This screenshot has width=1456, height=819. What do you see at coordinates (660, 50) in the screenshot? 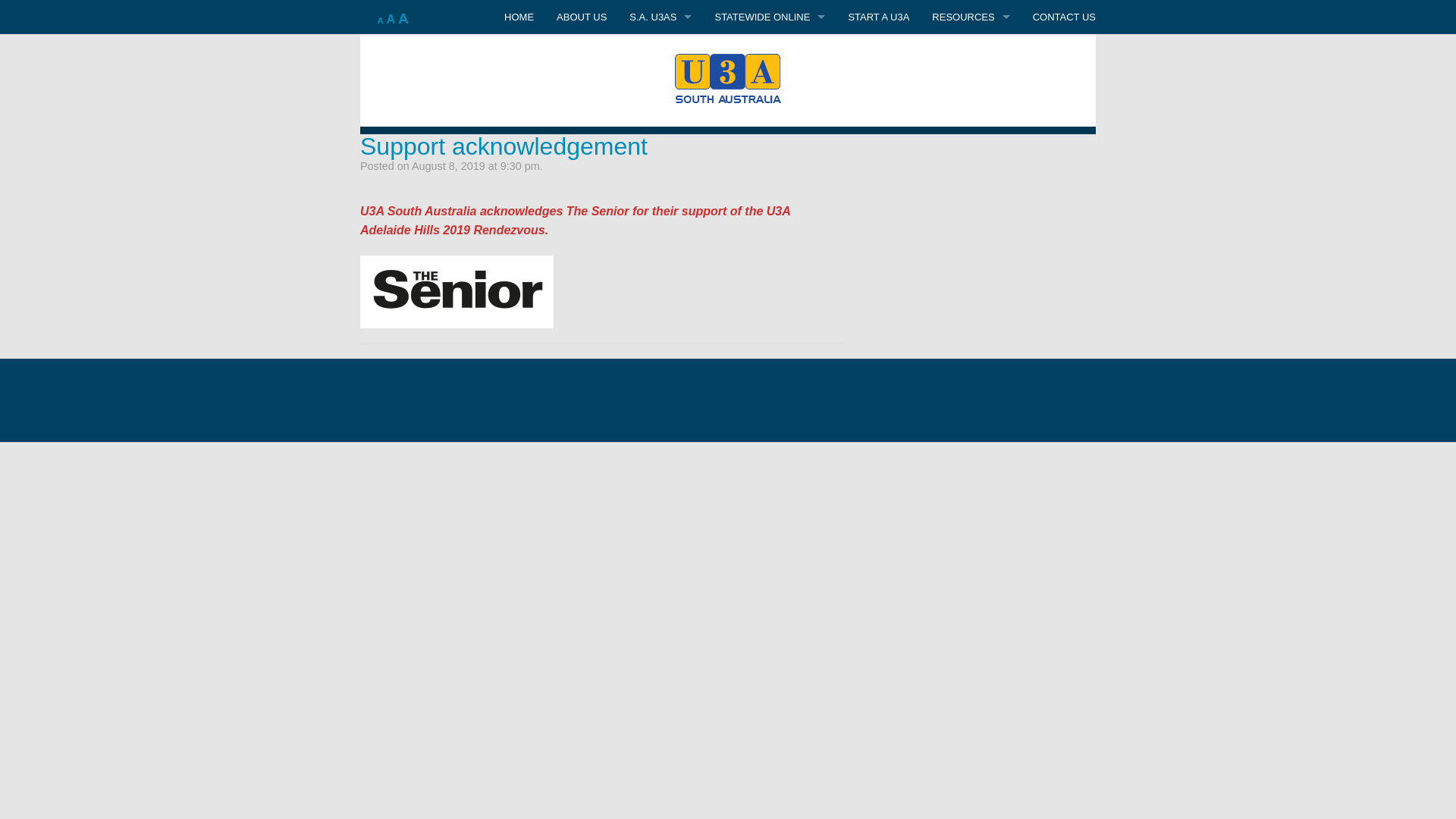
I see `'S.A. U3AS'` at bounding box center [660, 50].